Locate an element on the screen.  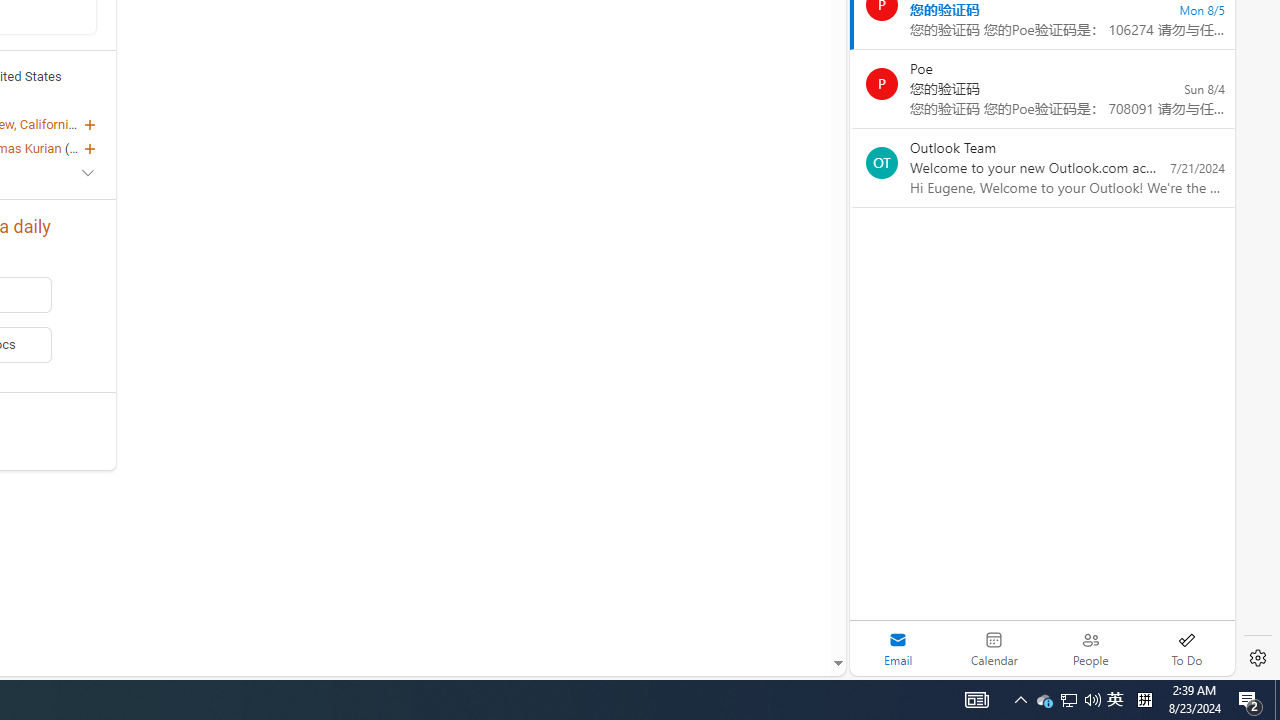
'Calendar. Date today is 22' is located at coordinates (994, 648).